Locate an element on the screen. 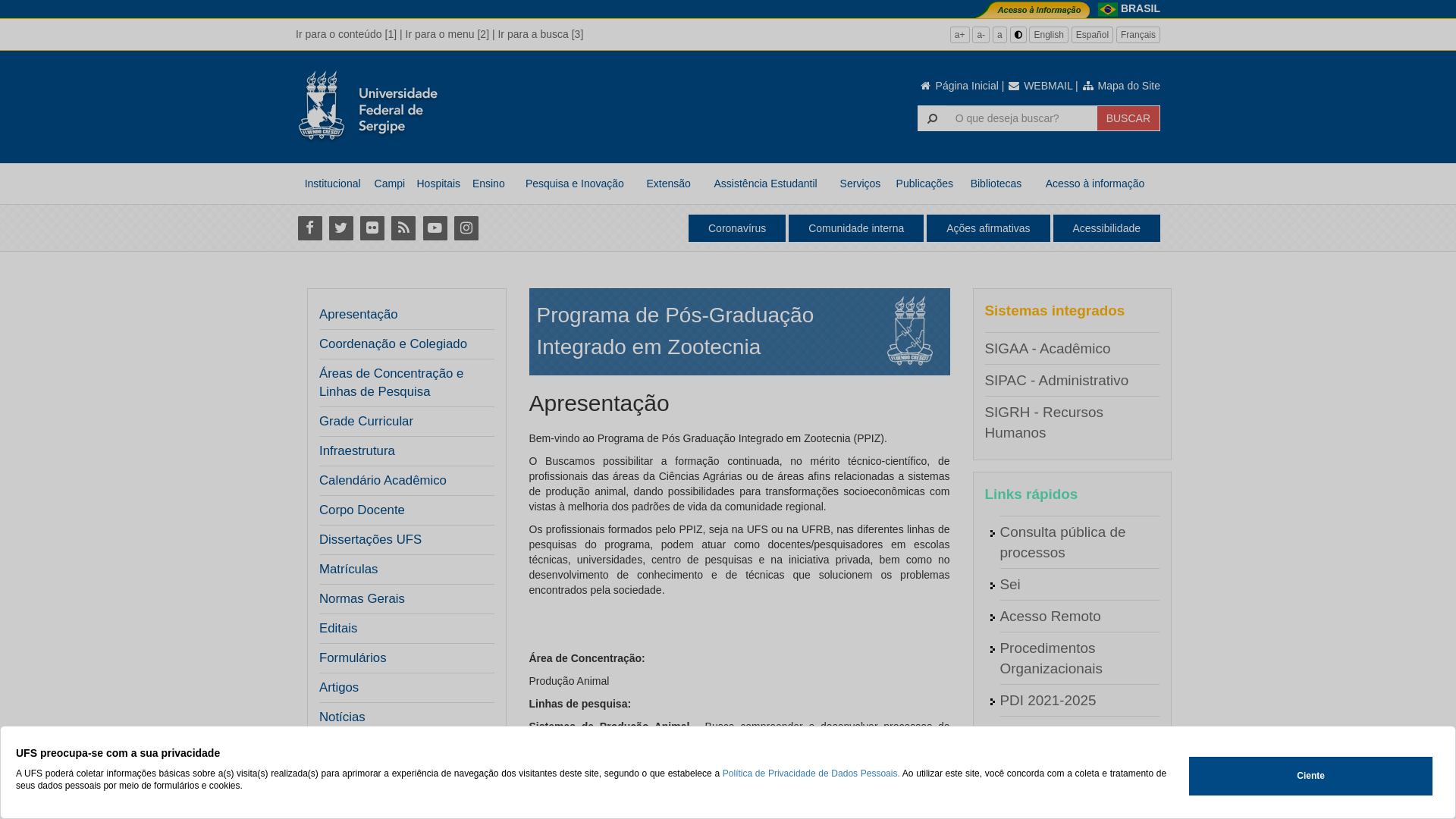 The height and width of the screenshot is (819, 1456). 'Institucional' is located at coordinates (295, 183).